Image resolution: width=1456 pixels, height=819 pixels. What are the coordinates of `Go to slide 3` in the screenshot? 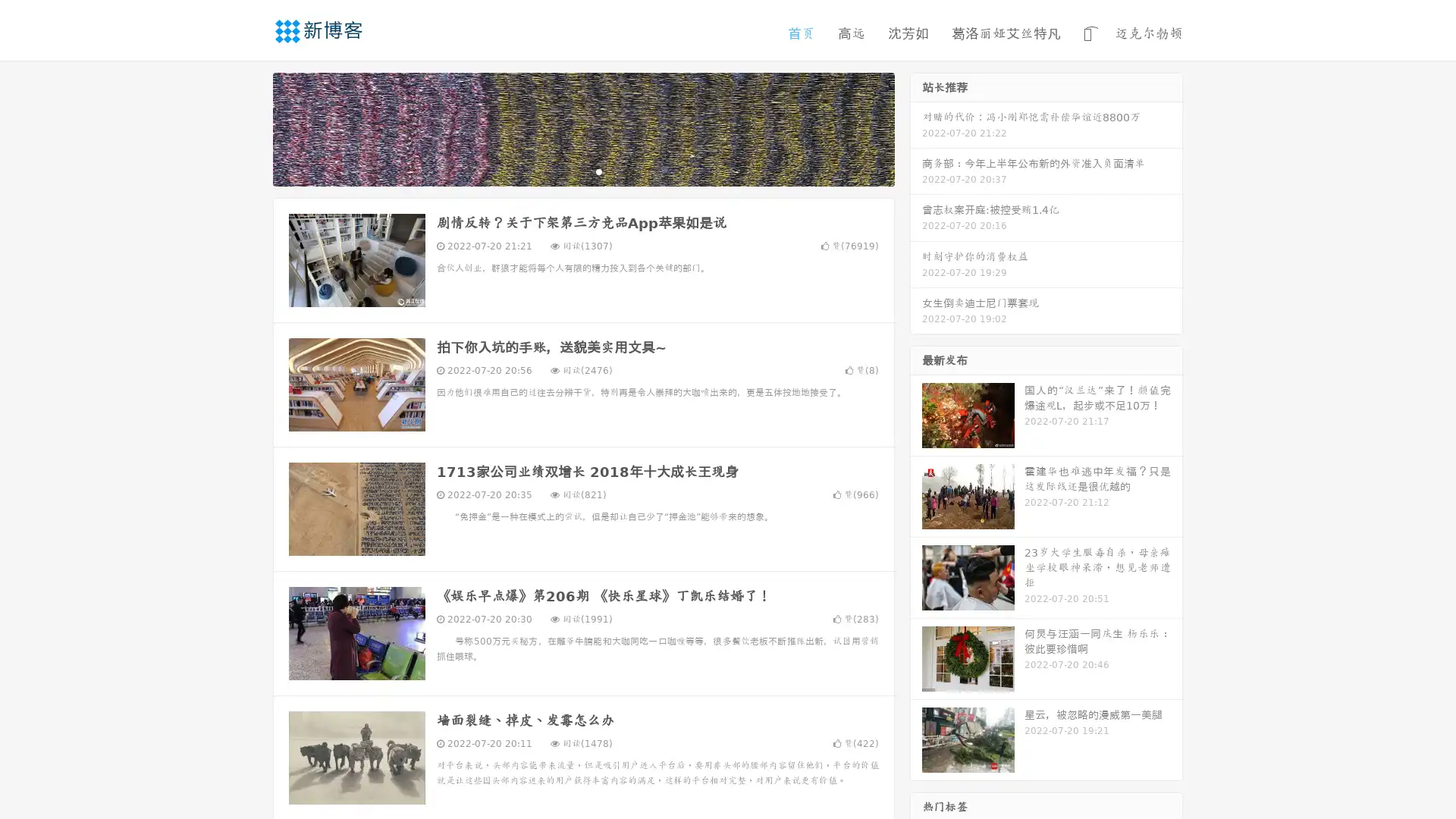 It's located at (598, 171).